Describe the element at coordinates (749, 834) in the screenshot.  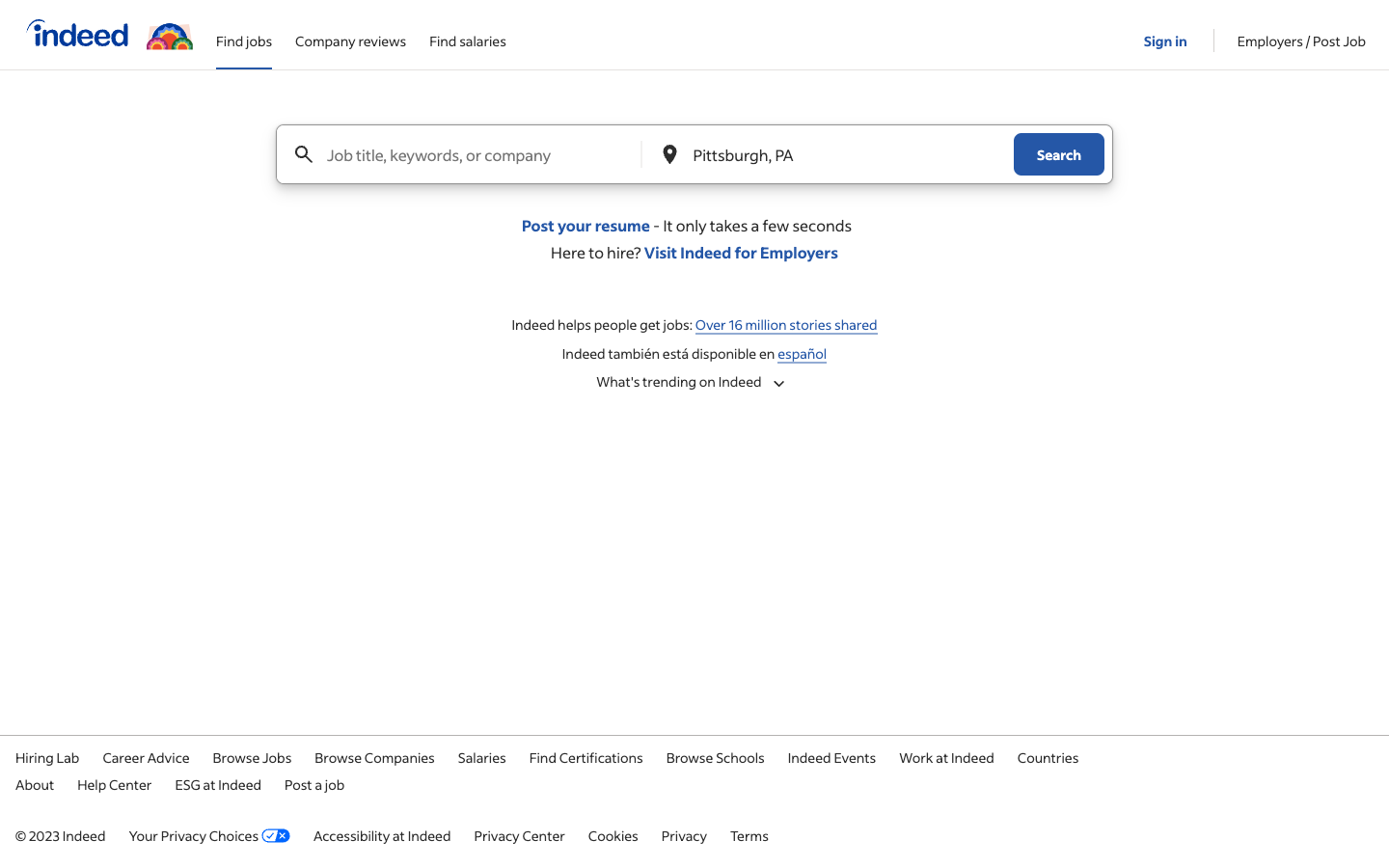
I see `the terms of service section` at that location.